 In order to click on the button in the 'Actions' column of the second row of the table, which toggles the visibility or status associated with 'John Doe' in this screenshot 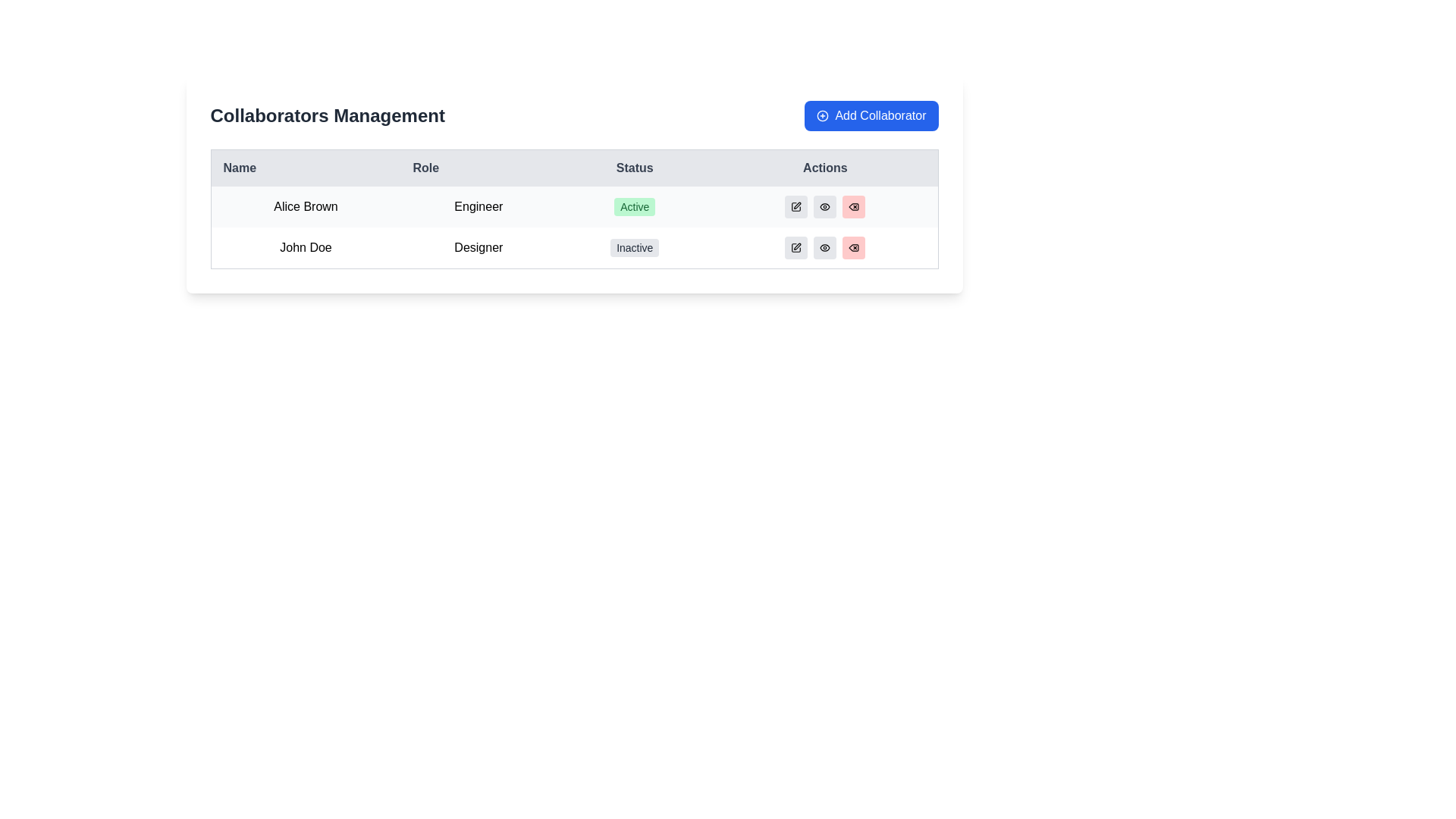, I will do `click(824, 247)`.